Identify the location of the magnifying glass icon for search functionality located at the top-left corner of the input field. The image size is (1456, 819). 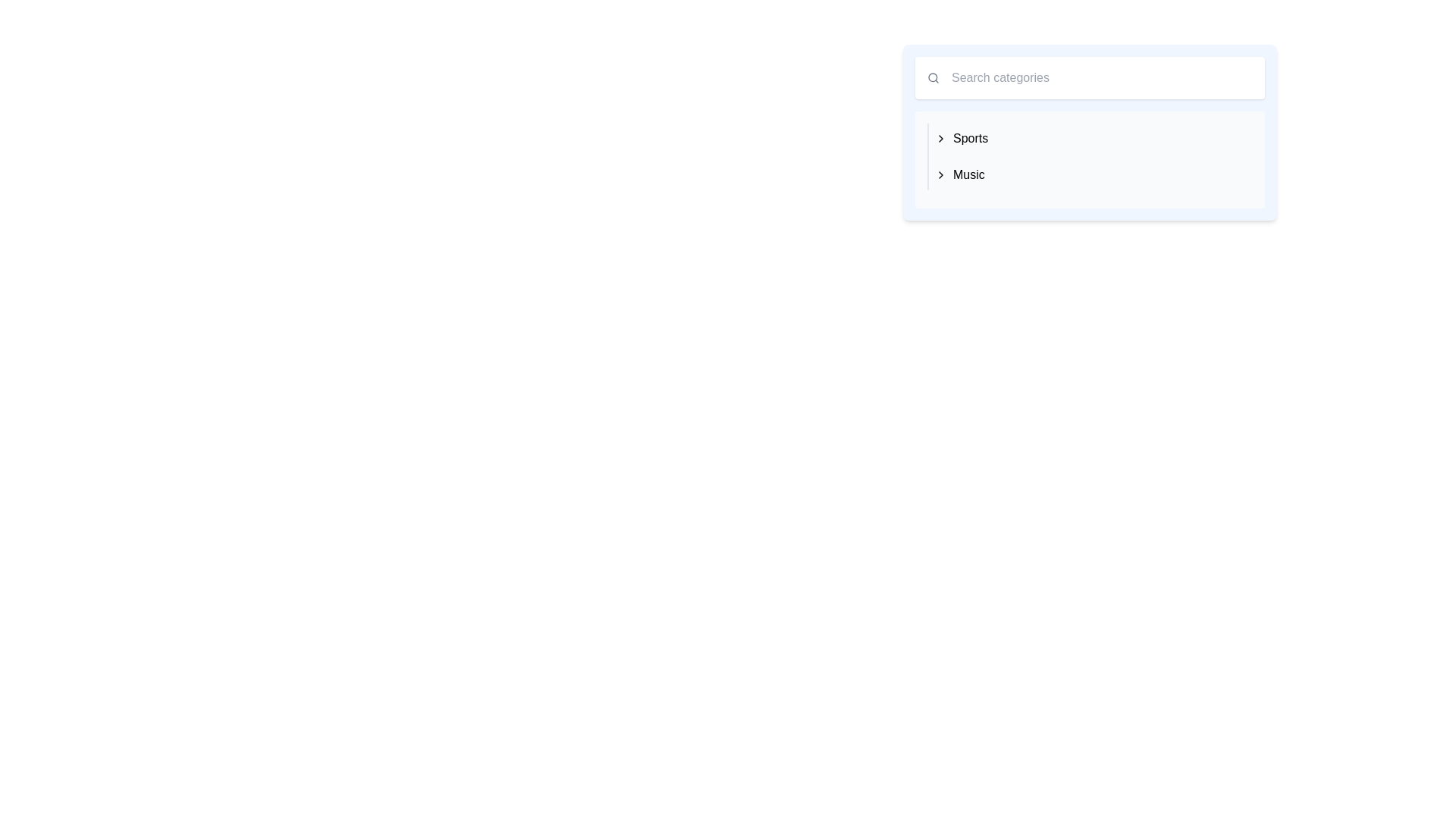
(932, 78).